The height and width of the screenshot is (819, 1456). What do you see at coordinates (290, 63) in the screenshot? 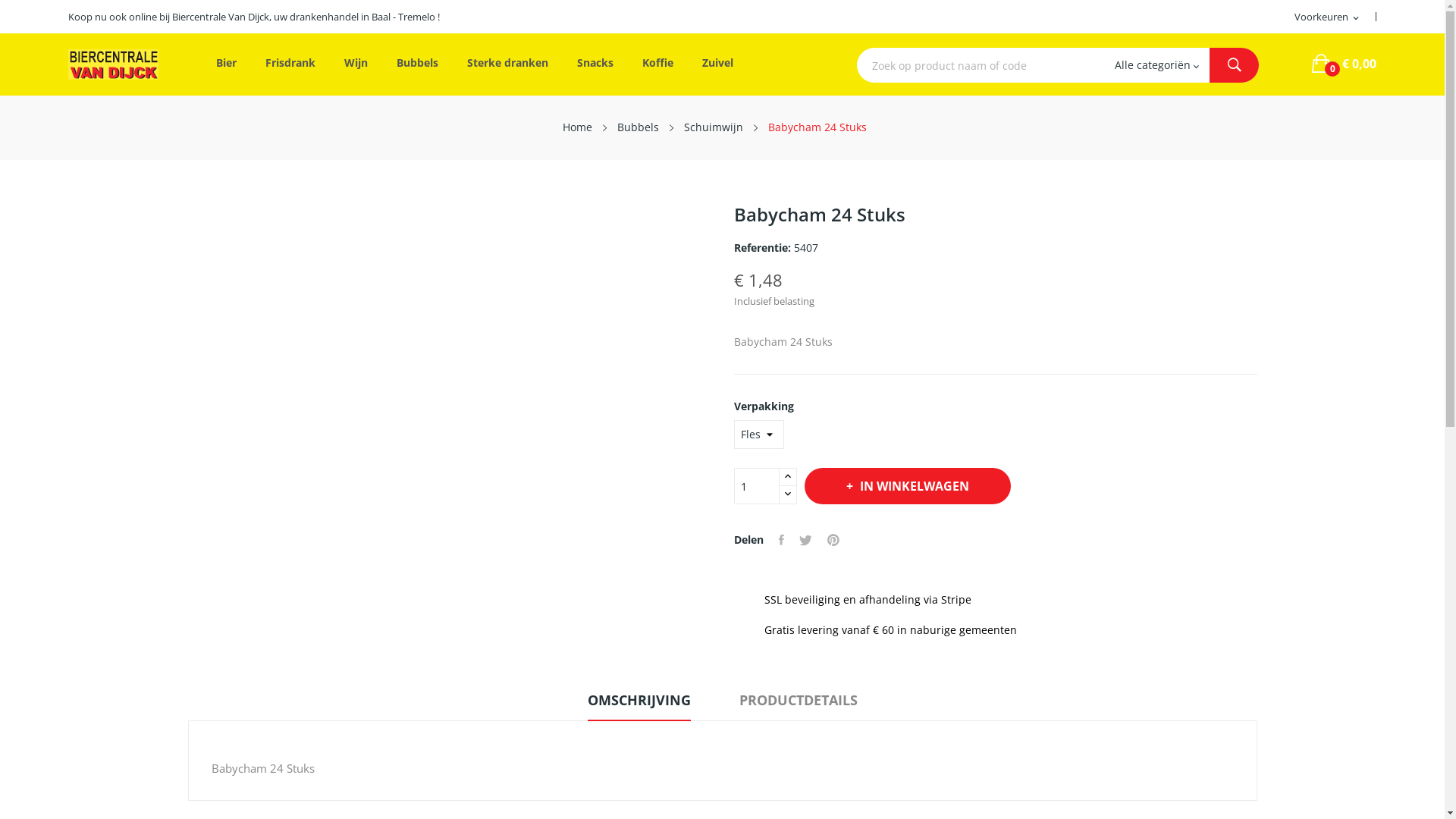
I see `'Frisdrank'` at bounding box center [290, 63].